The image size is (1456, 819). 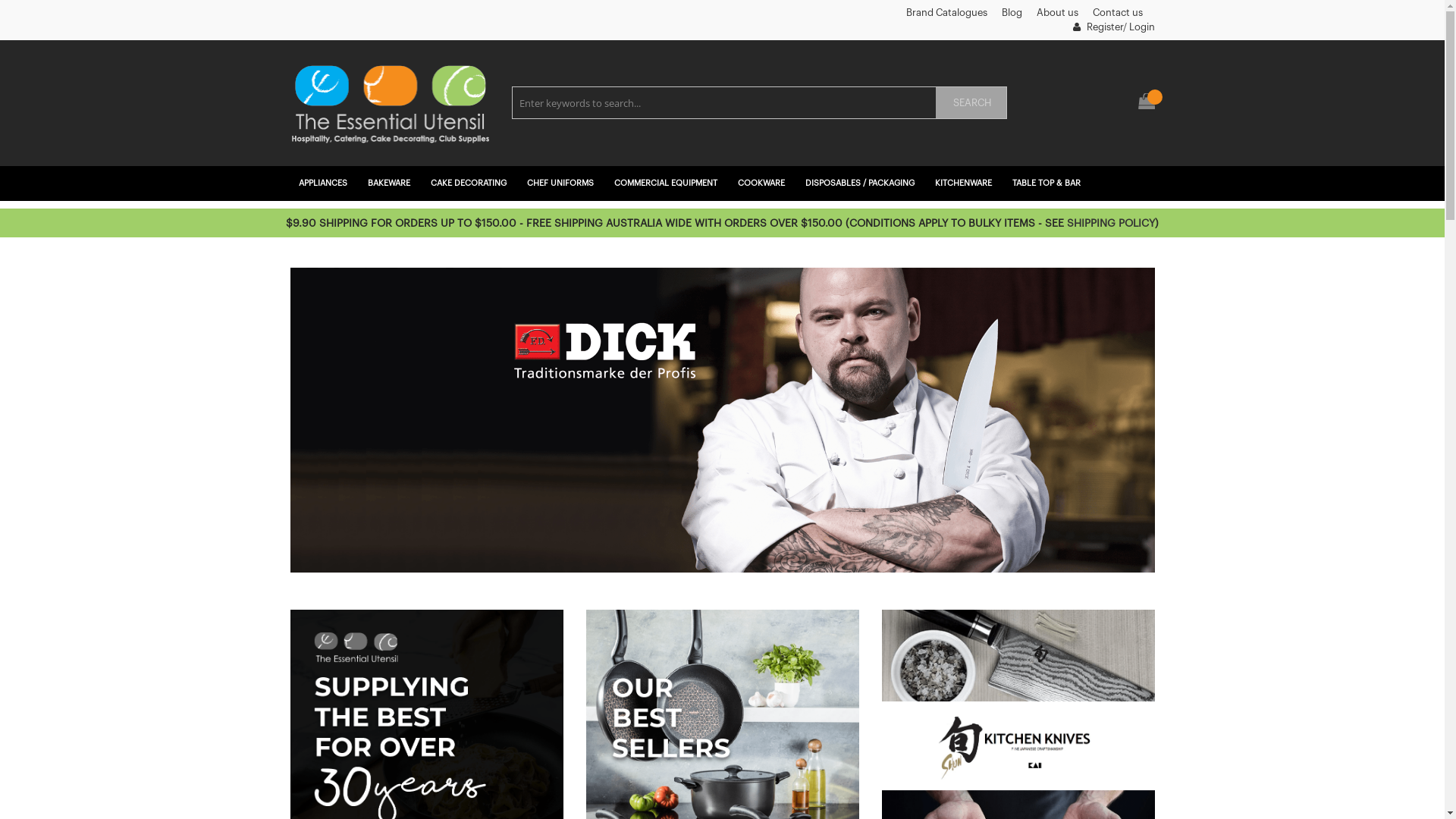 I want to click on 'SEARCH', so click(x=971, y=102).